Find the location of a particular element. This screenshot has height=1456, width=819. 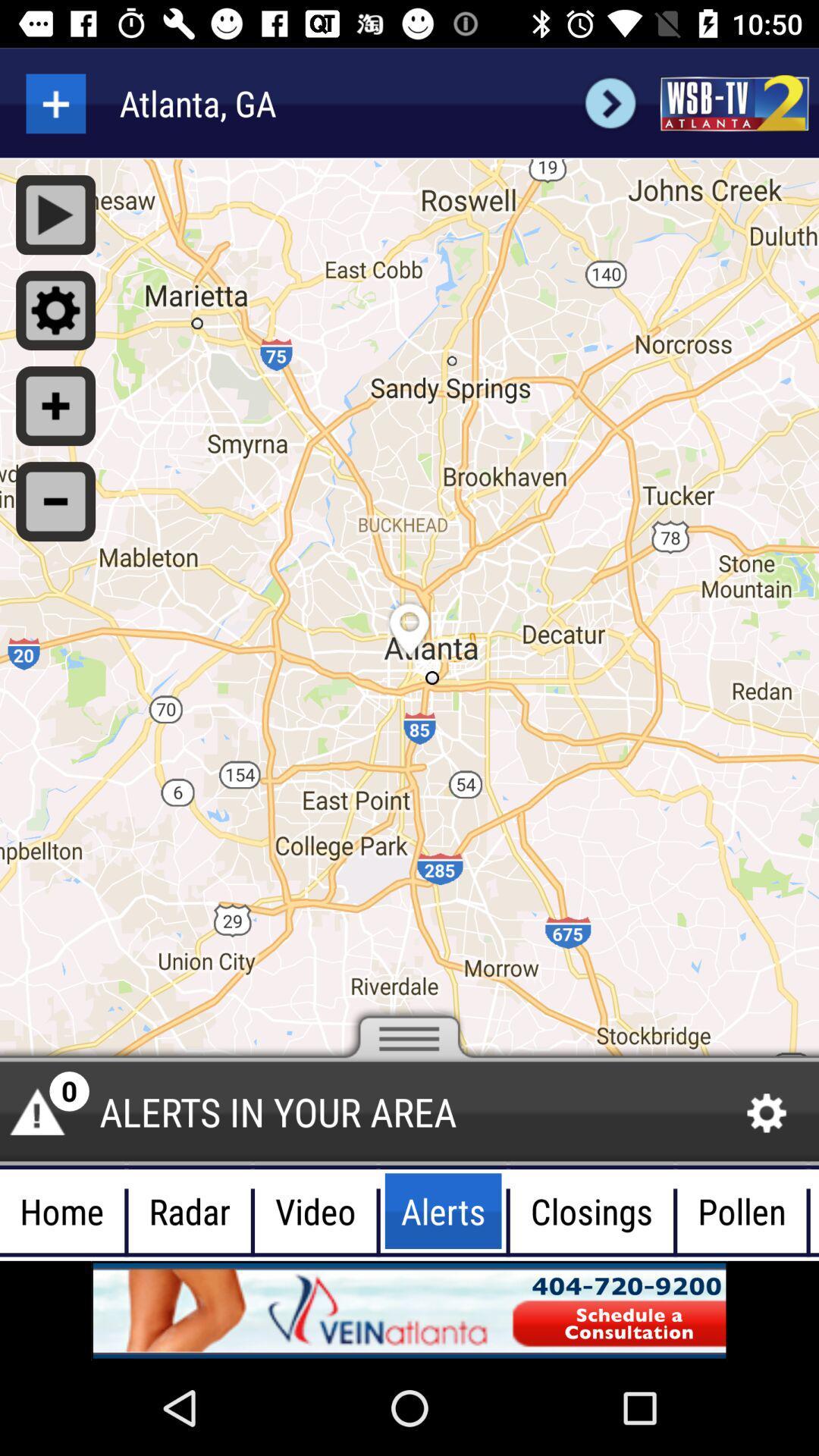

setting button at bottom is located at coordinates (767, 1113).